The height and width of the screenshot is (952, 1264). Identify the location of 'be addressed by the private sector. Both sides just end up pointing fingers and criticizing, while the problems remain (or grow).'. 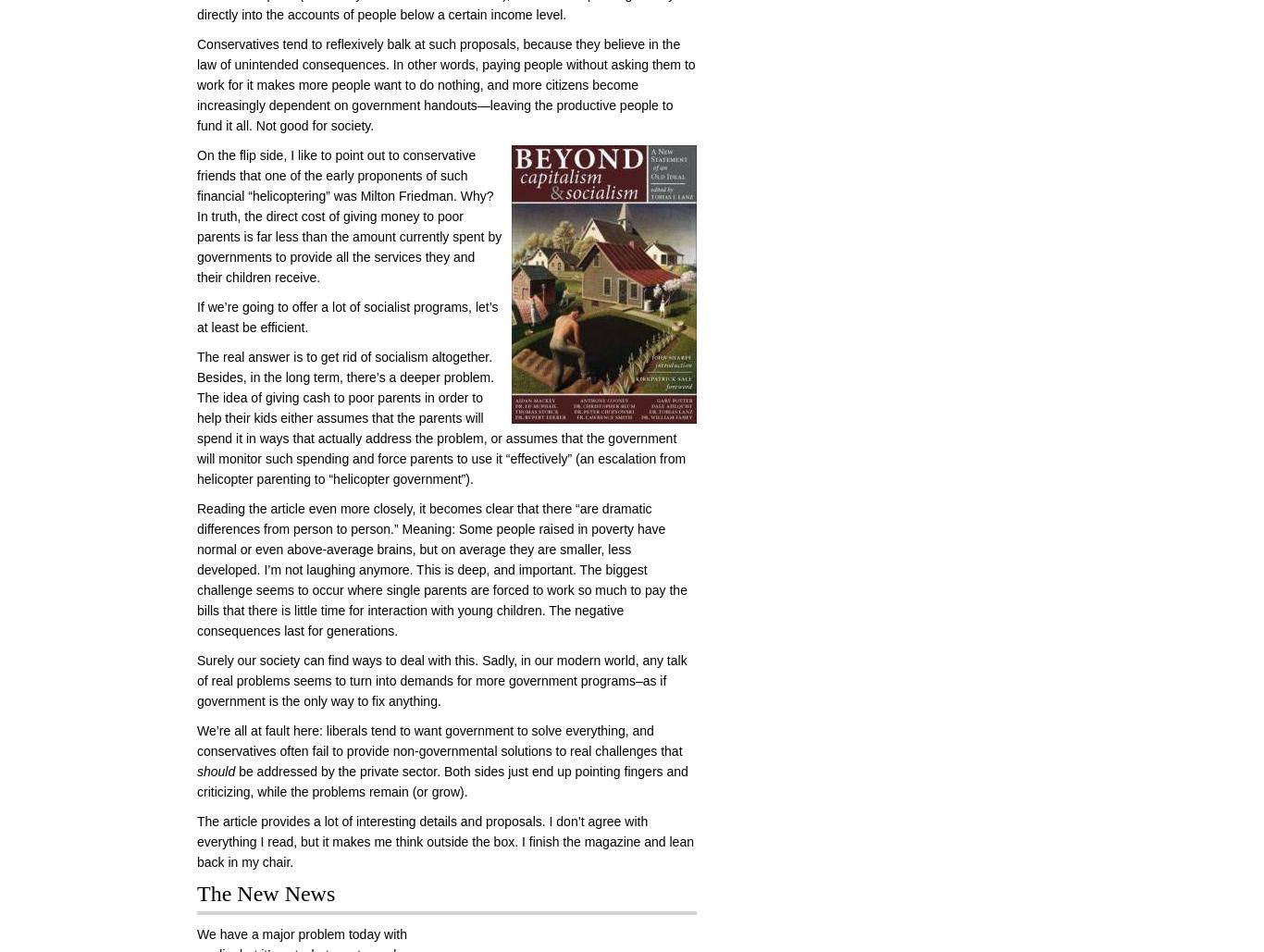
(441, 781).